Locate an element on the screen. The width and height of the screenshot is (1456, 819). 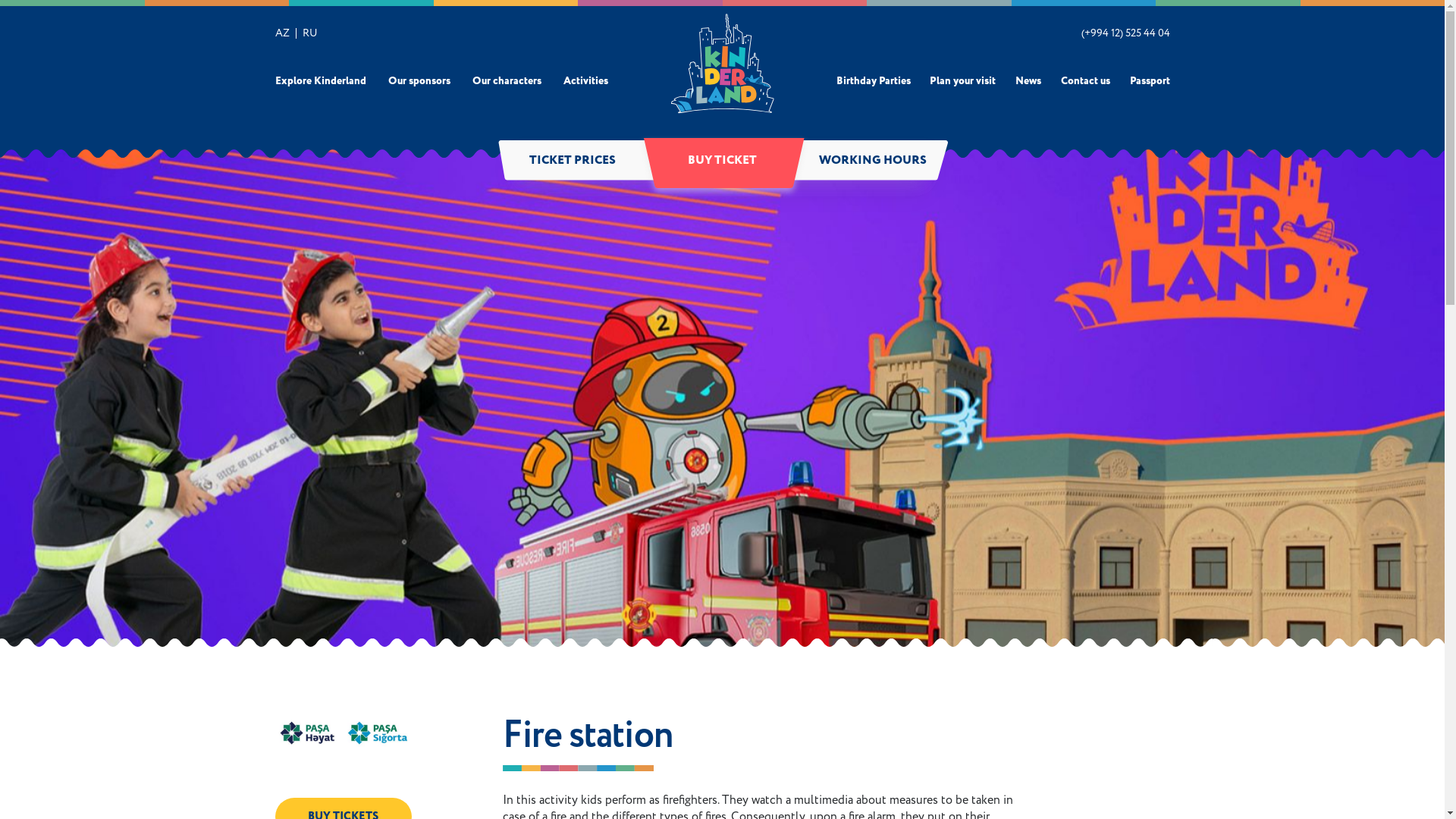
'Our sponsors' is located at coordinates (388, 81).